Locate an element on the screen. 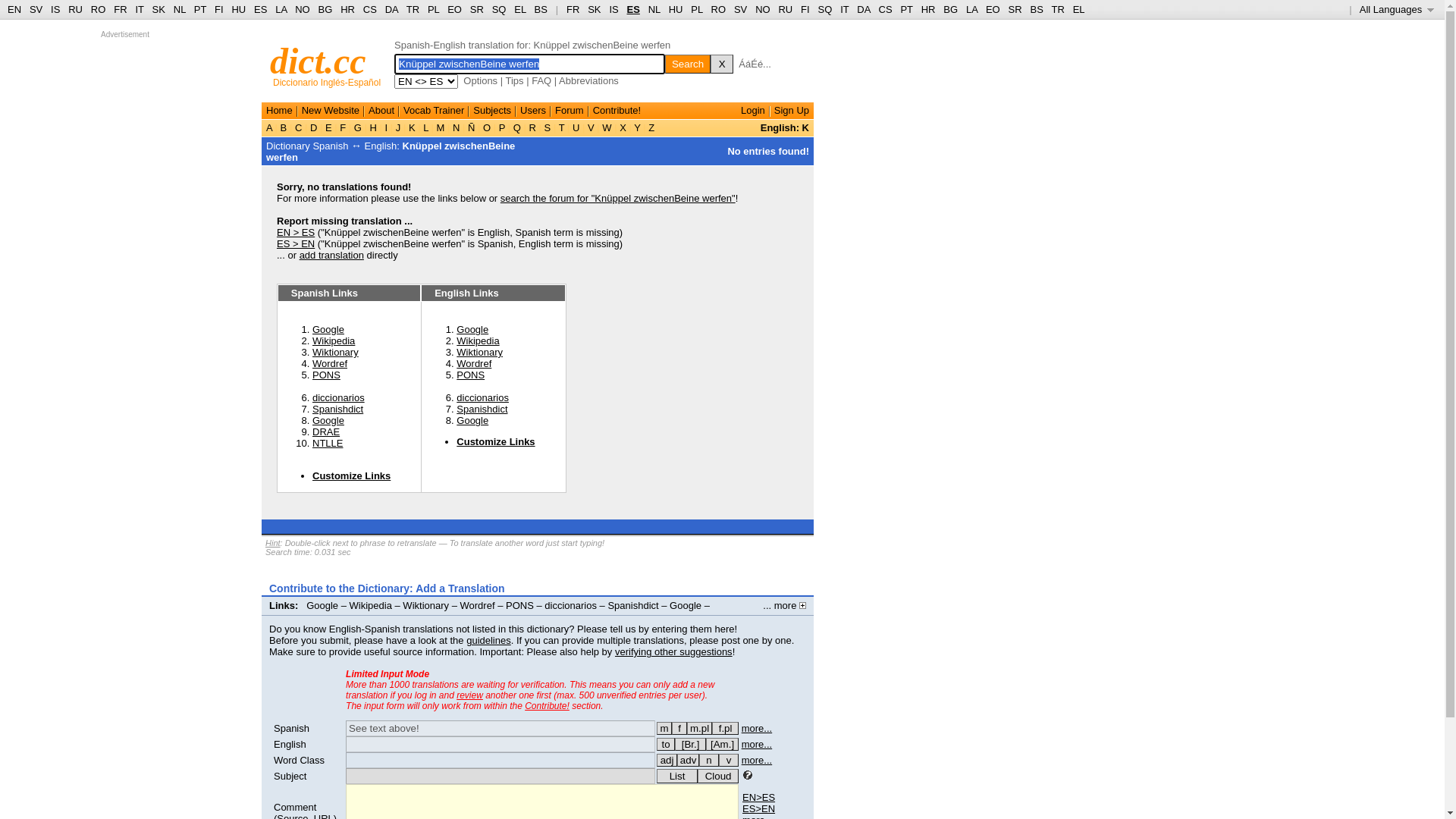 The image size is (1456, 819). 'List' is located at coordinates (656, 776).